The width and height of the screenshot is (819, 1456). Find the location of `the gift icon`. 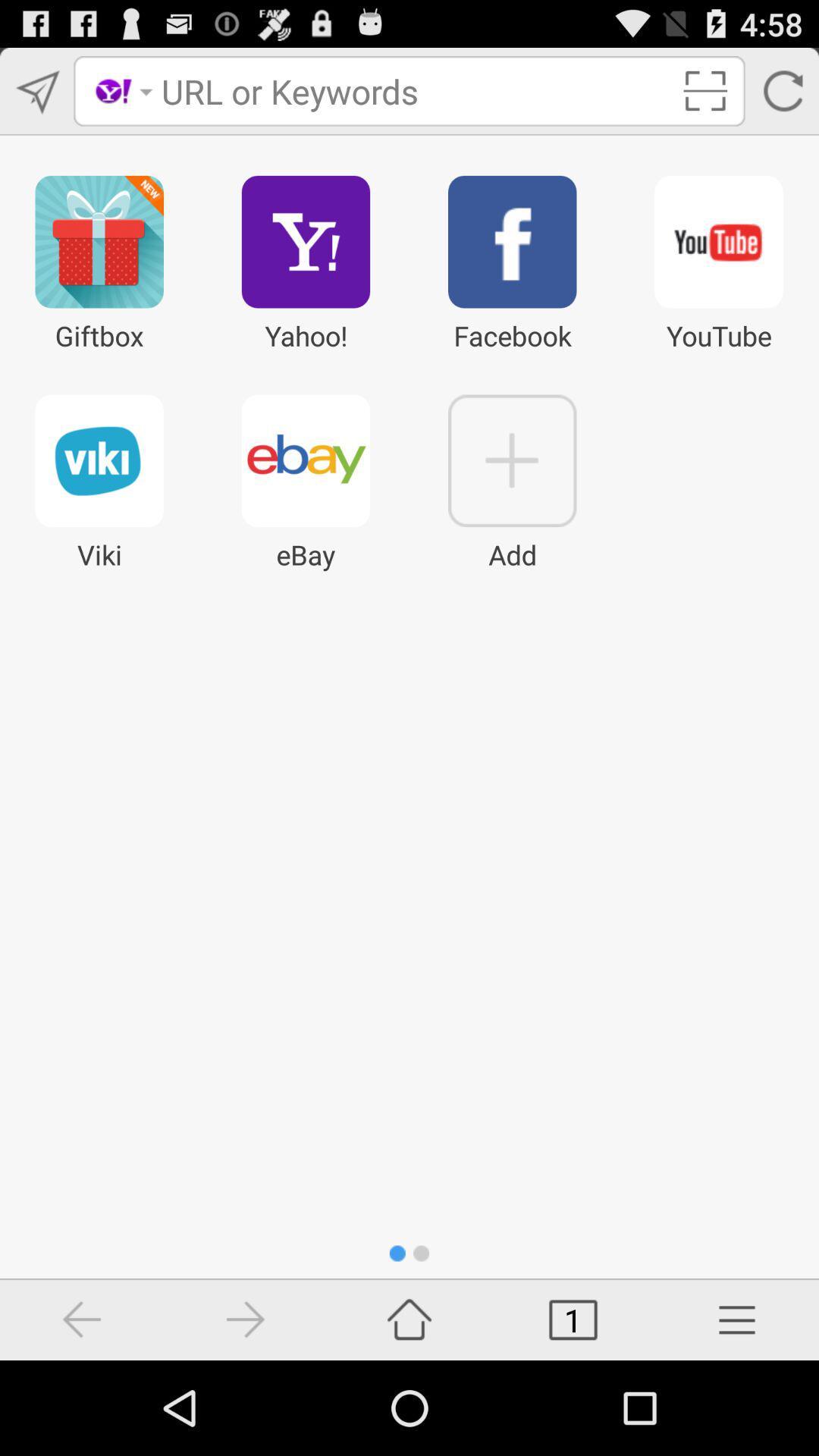

the gift icon is located at coordinates (99, 272).